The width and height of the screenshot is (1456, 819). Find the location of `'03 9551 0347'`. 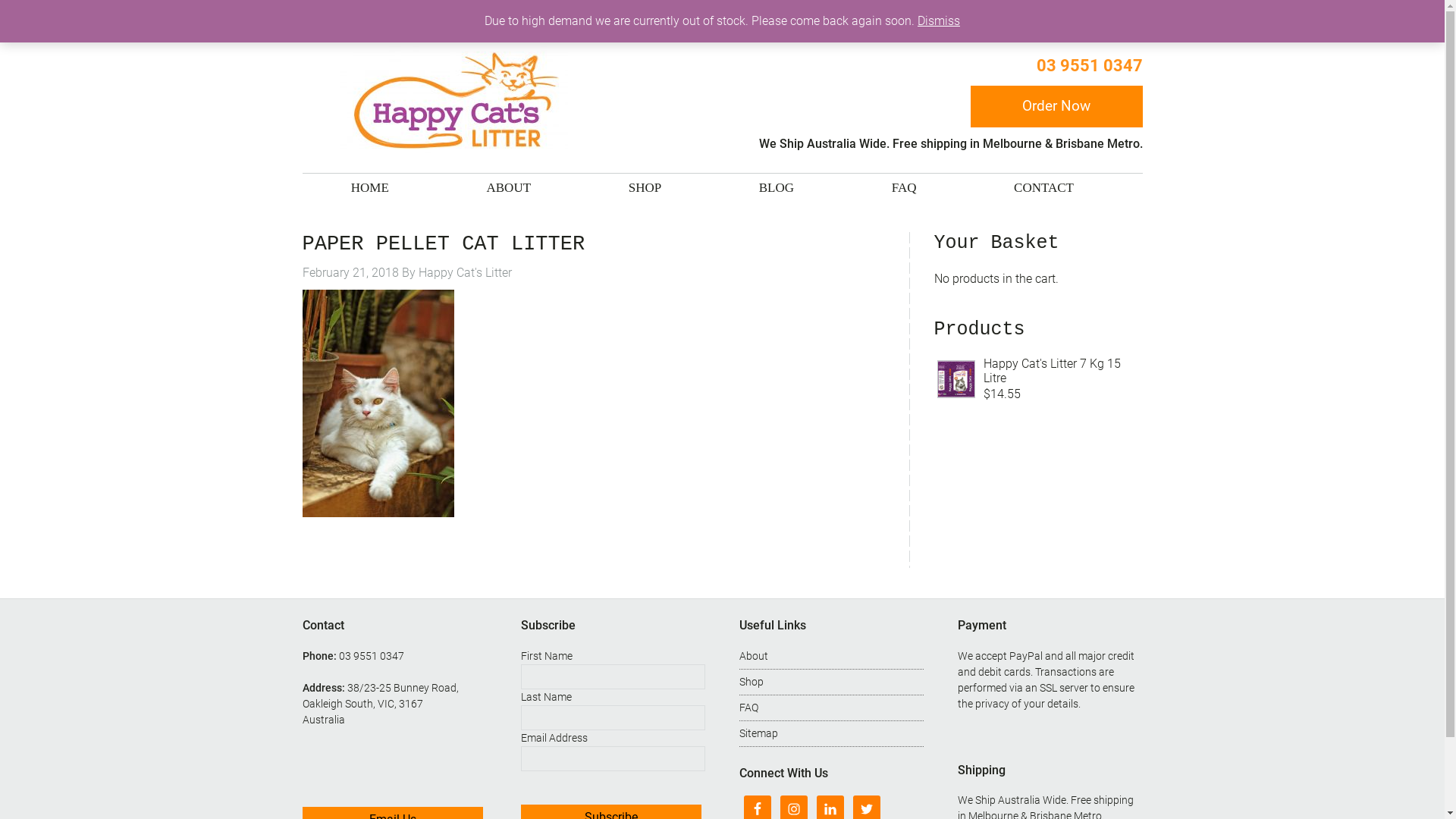

'03 9551 0347' is located at coordinates (1035, 64).